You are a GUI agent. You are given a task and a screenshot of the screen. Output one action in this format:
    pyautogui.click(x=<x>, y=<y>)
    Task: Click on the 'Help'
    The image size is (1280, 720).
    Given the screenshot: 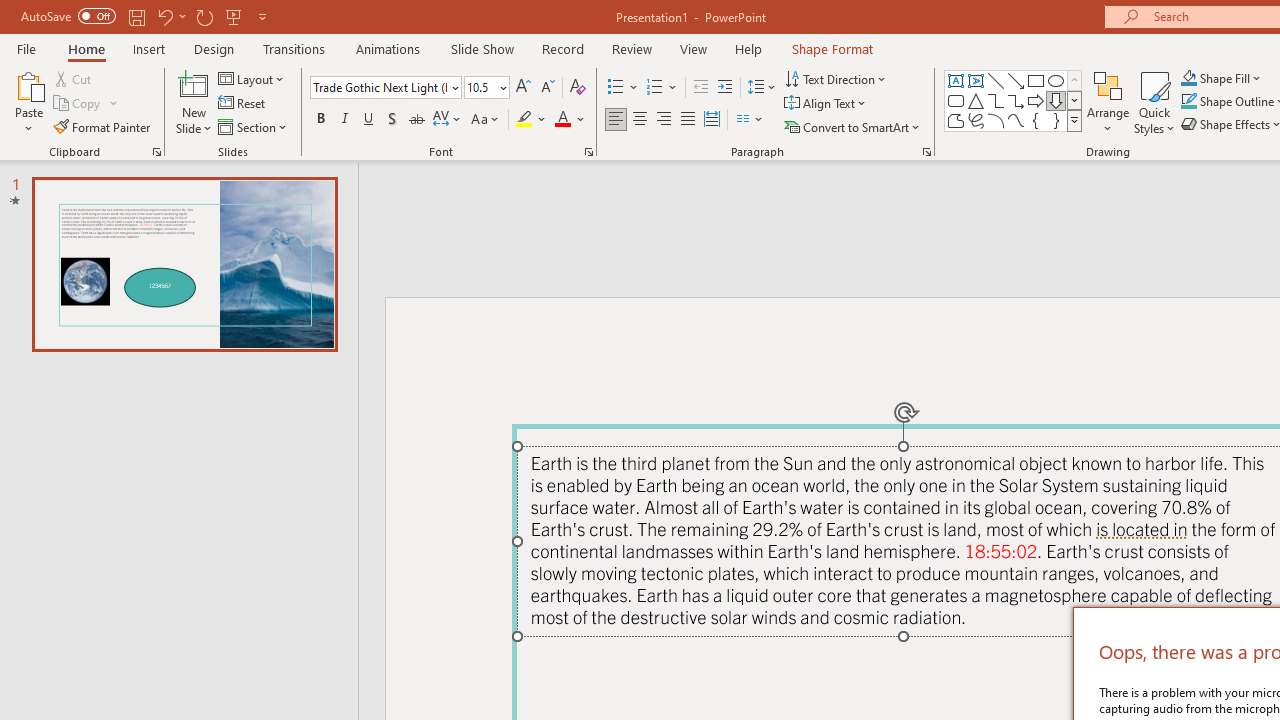 What is the action you would take?
    pyautogui.click(x=747, y=48)
    